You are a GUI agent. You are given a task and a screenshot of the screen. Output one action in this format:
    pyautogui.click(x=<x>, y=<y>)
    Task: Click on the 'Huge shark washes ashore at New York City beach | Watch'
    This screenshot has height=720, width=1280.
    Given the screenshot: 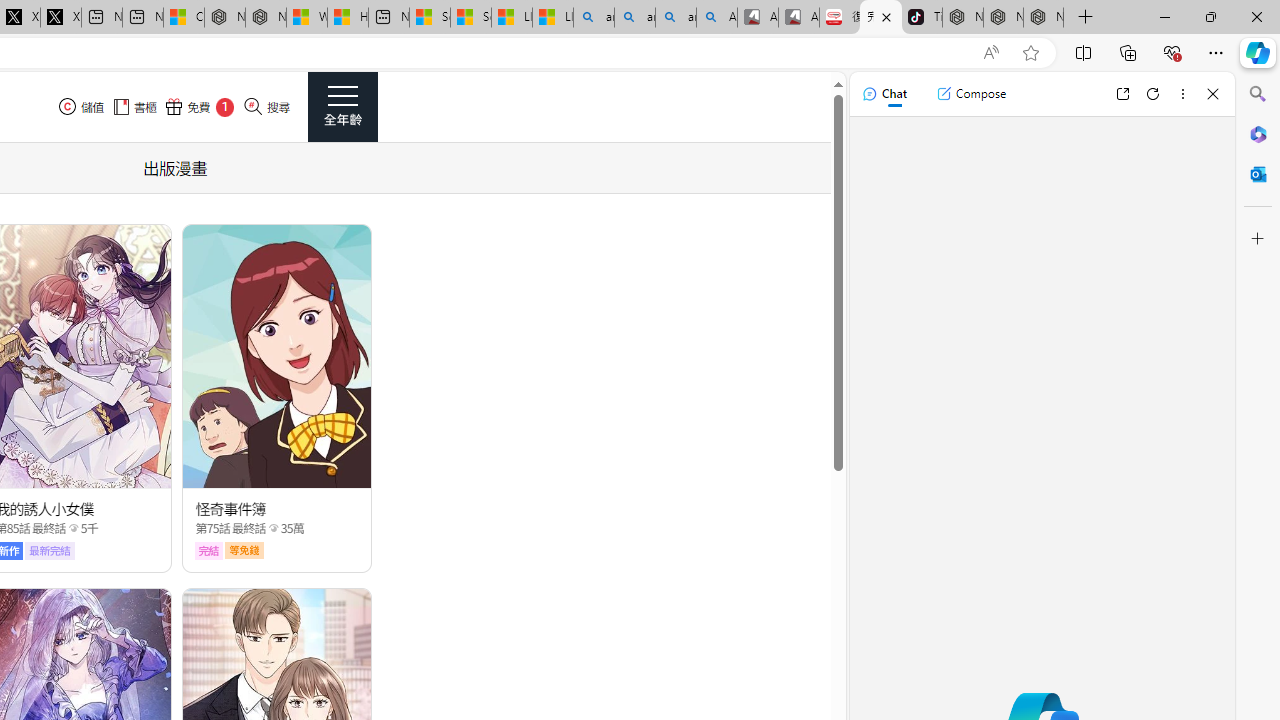 What is the action you would take?
    pyautogui.click(x=348, y=17)
    